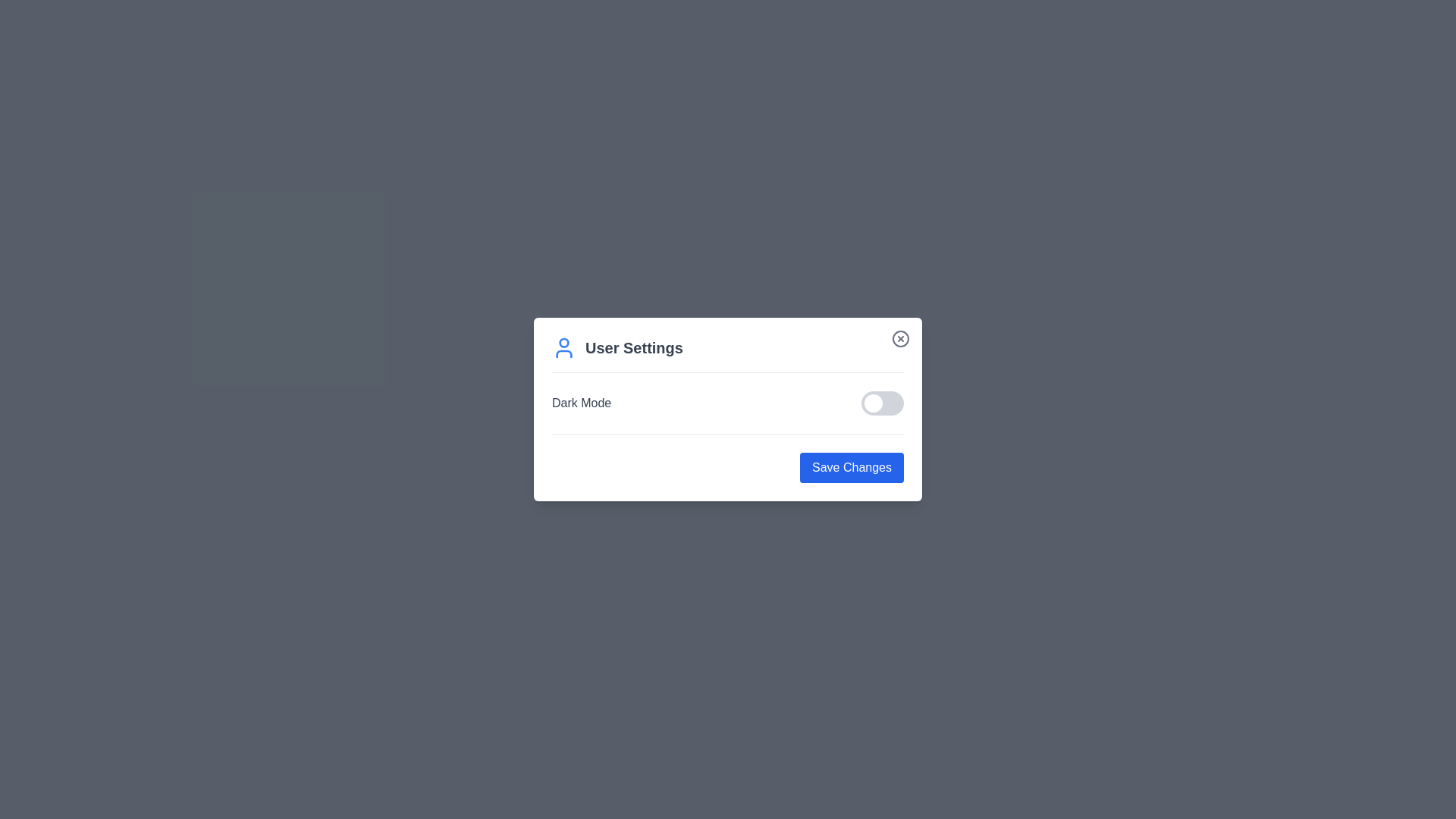 The image size is (1456, 819). Describe the element at coordinates (901, 338) in the screenshot. I see `close button to close the dialog` at that location.